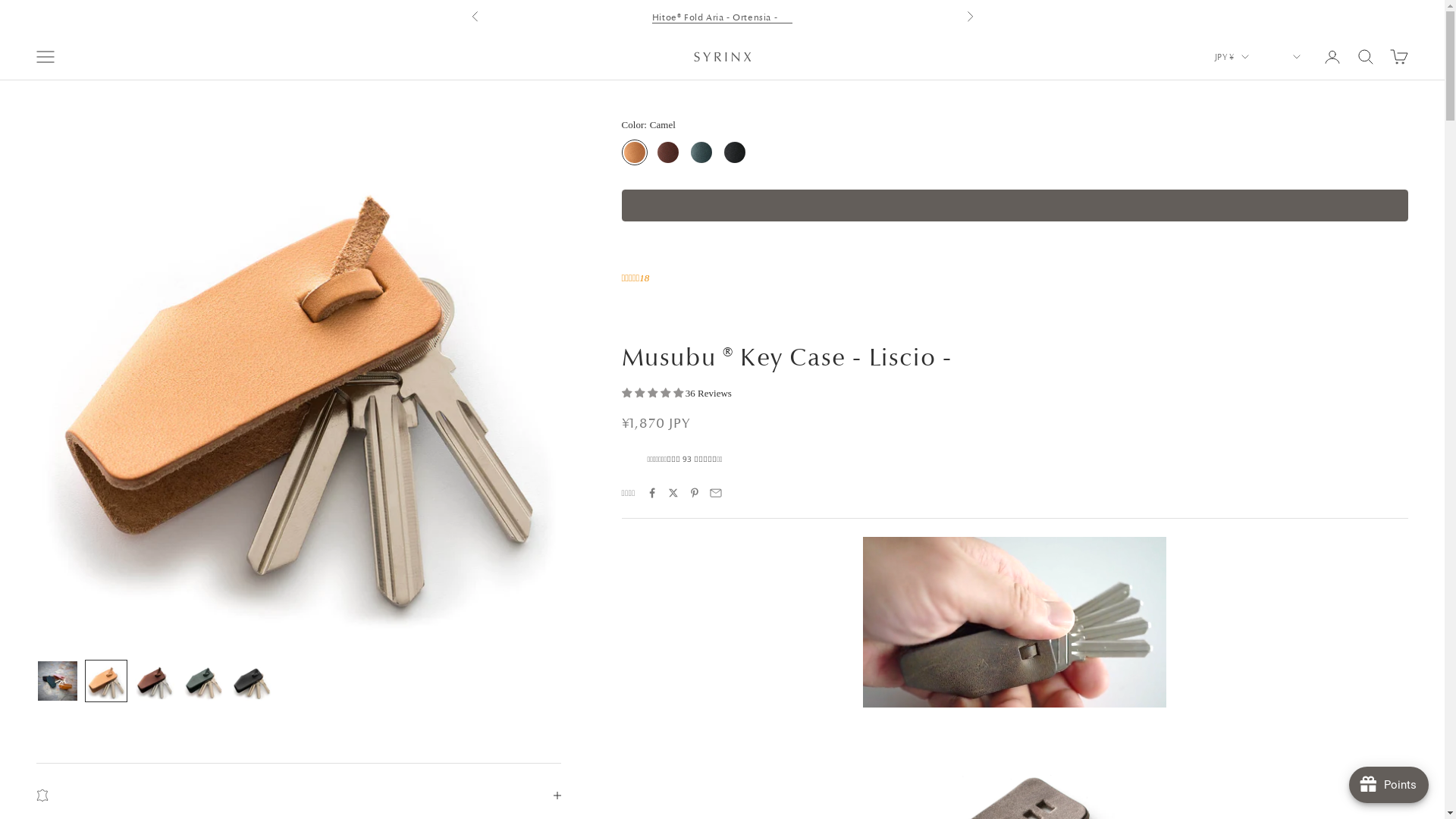 The width and height of the screenshot is (1456, 819). I want to click on 'Points', so click(1389, 784).